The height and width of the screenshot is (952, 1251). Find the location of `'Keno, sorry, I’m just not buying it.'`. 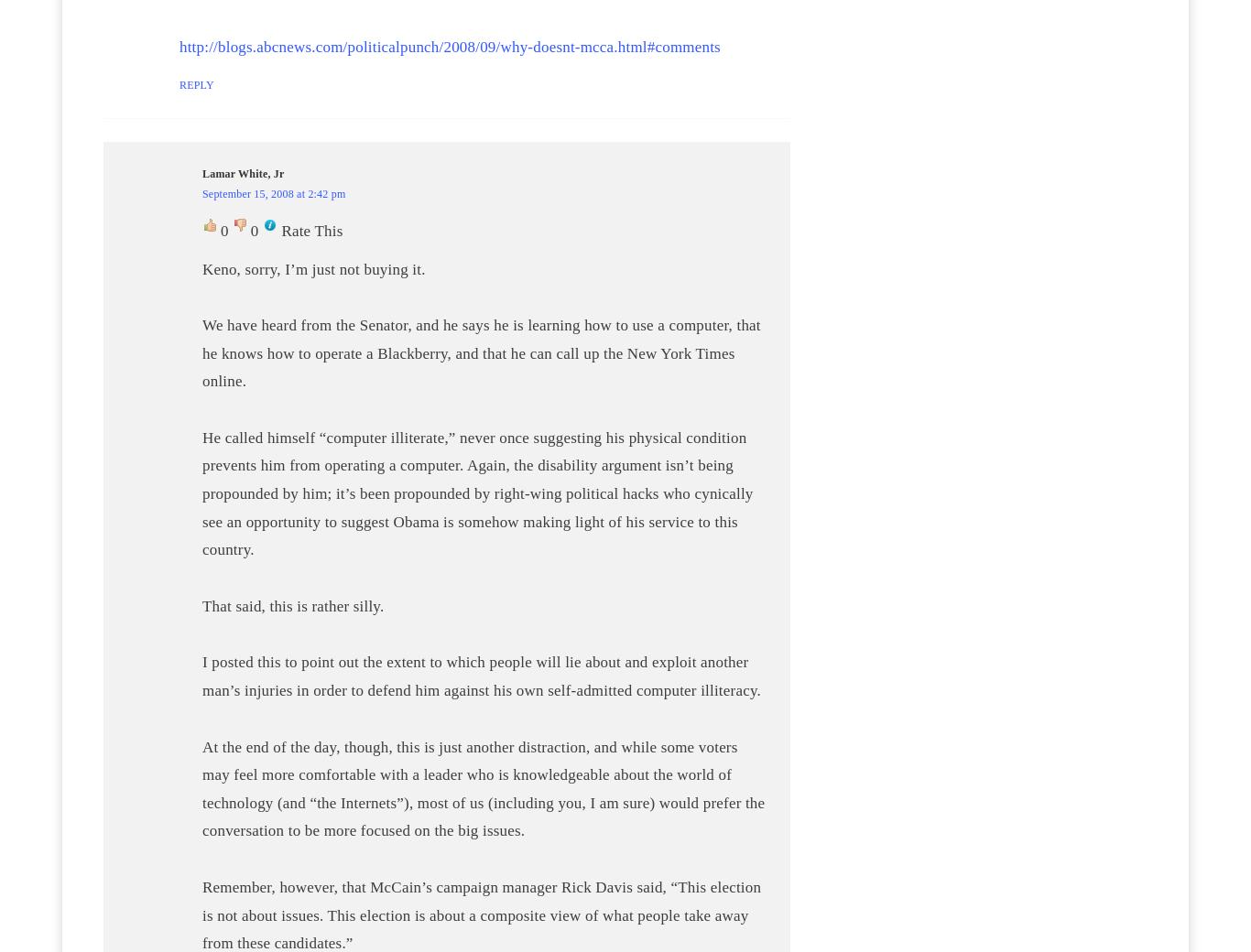

'Keno, sorry, I’m just not buying it.' is located at coordinates (313, 267).